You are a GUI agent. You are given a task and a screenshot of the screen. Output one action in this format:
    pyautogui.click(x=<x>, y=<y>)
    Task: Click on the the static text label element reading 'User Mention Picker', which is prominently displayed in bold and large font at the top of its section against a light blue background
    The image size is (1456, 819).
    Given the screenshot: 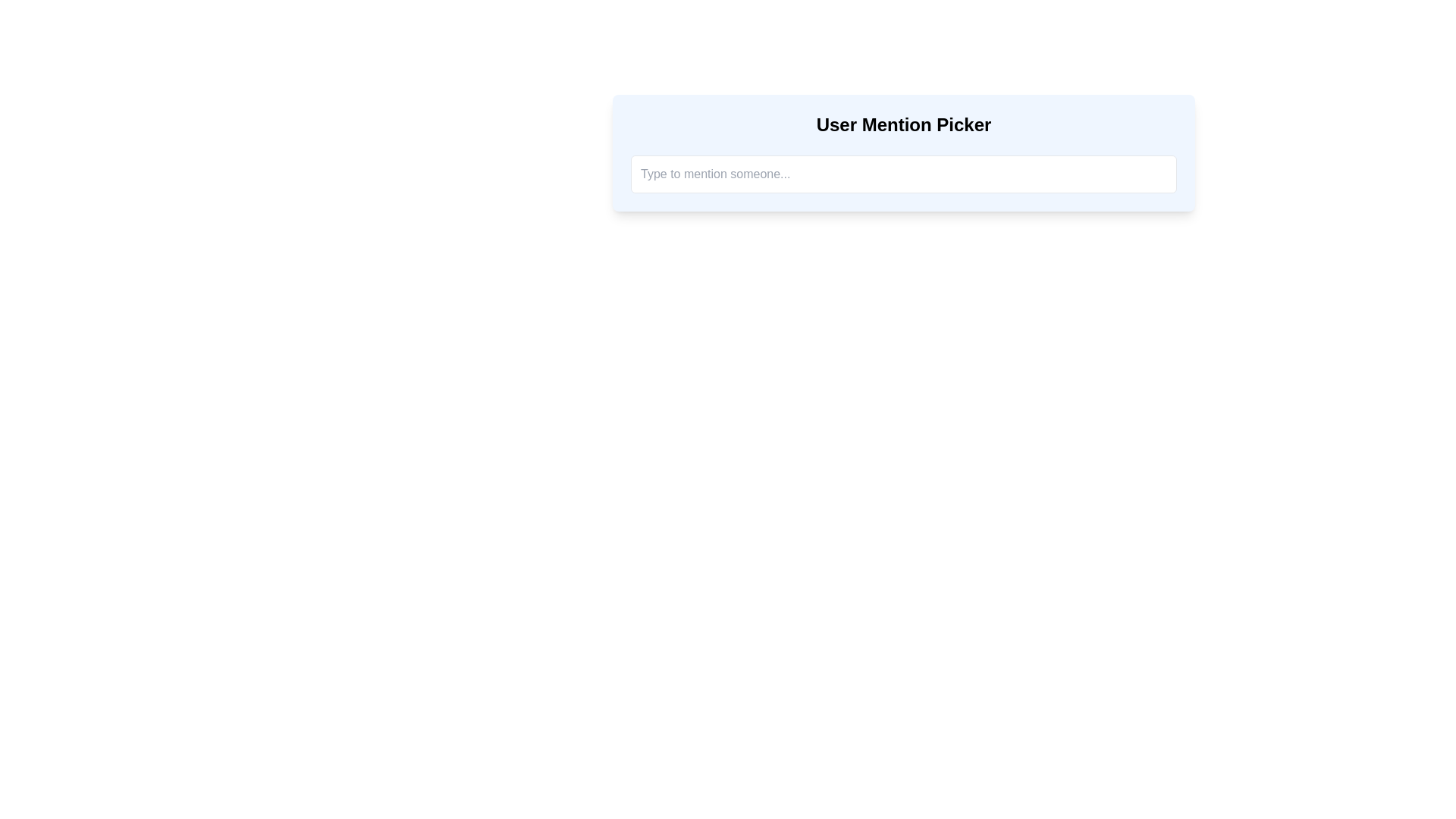 What is the action you would take?
    pyautogui.click(x=903, y=124)
    